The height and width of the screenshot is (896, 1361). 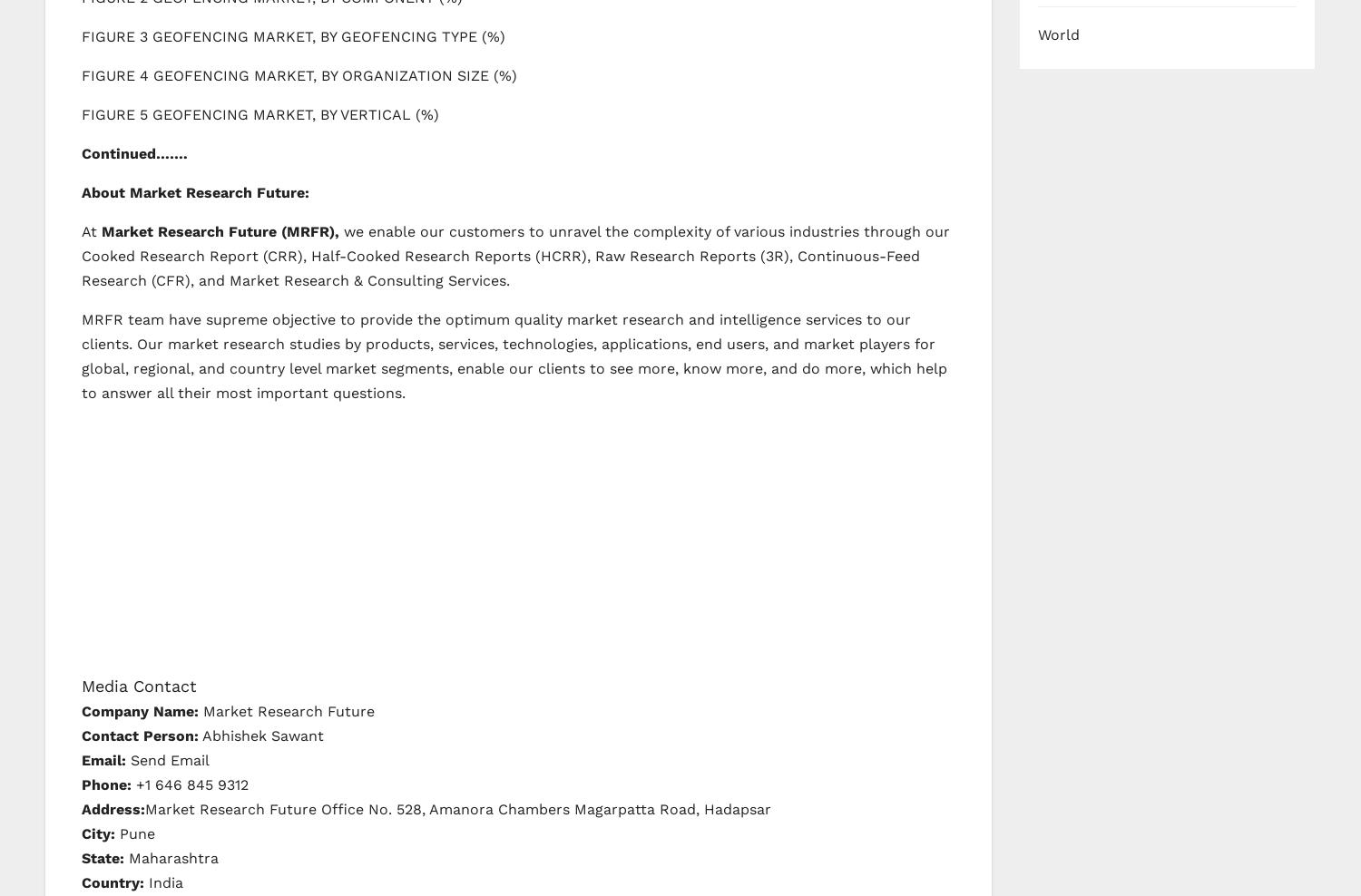 I want to click on 'Market Research Future (MRFR)', so click(x=217, y=229).